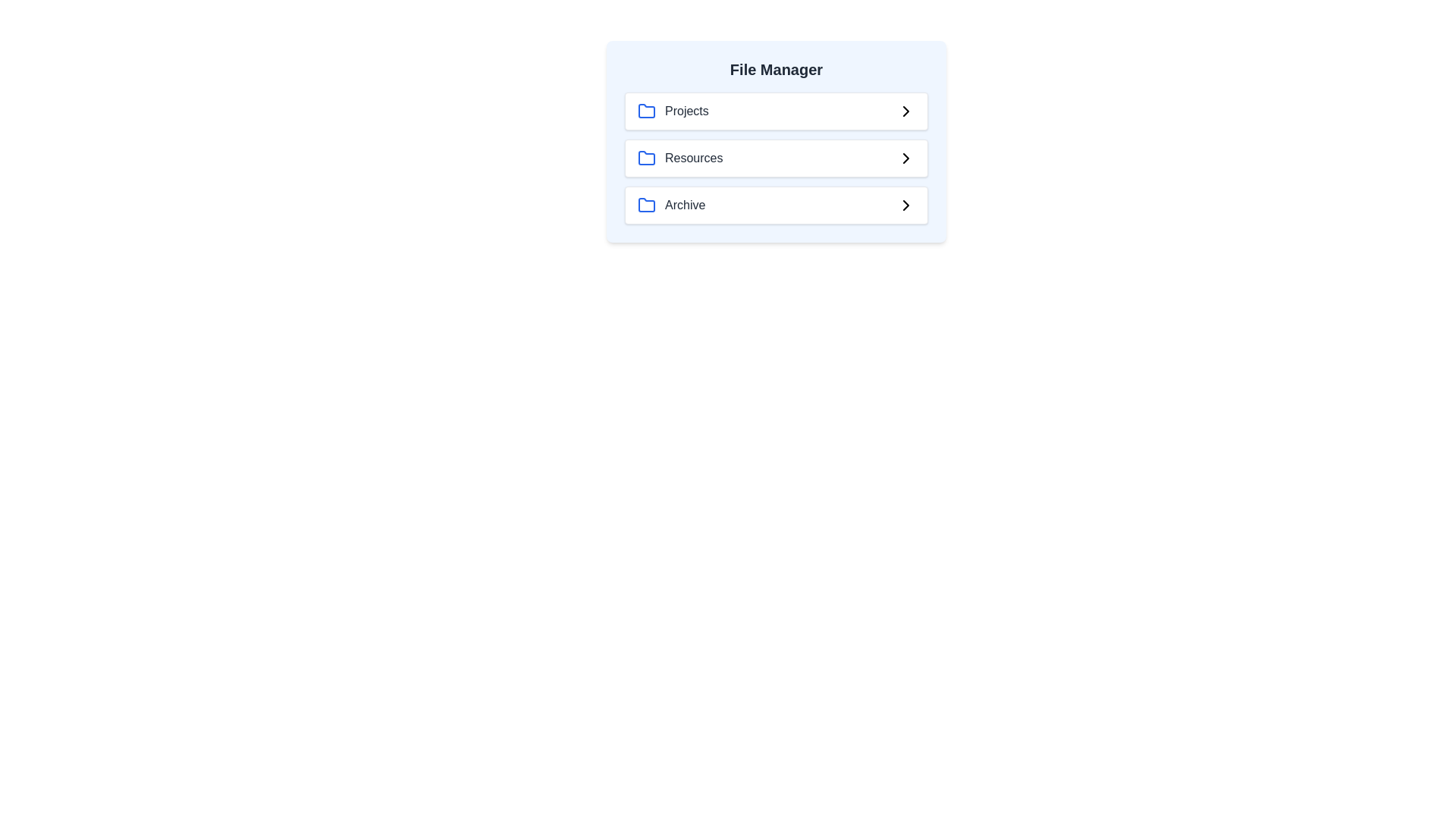 This screenshot has width=1456, height=819. I want to click on the right arrow icon that is styled with a thin line and positioned to the right of the 'Resources' text in a vertically stacked list, so click(906, 158).